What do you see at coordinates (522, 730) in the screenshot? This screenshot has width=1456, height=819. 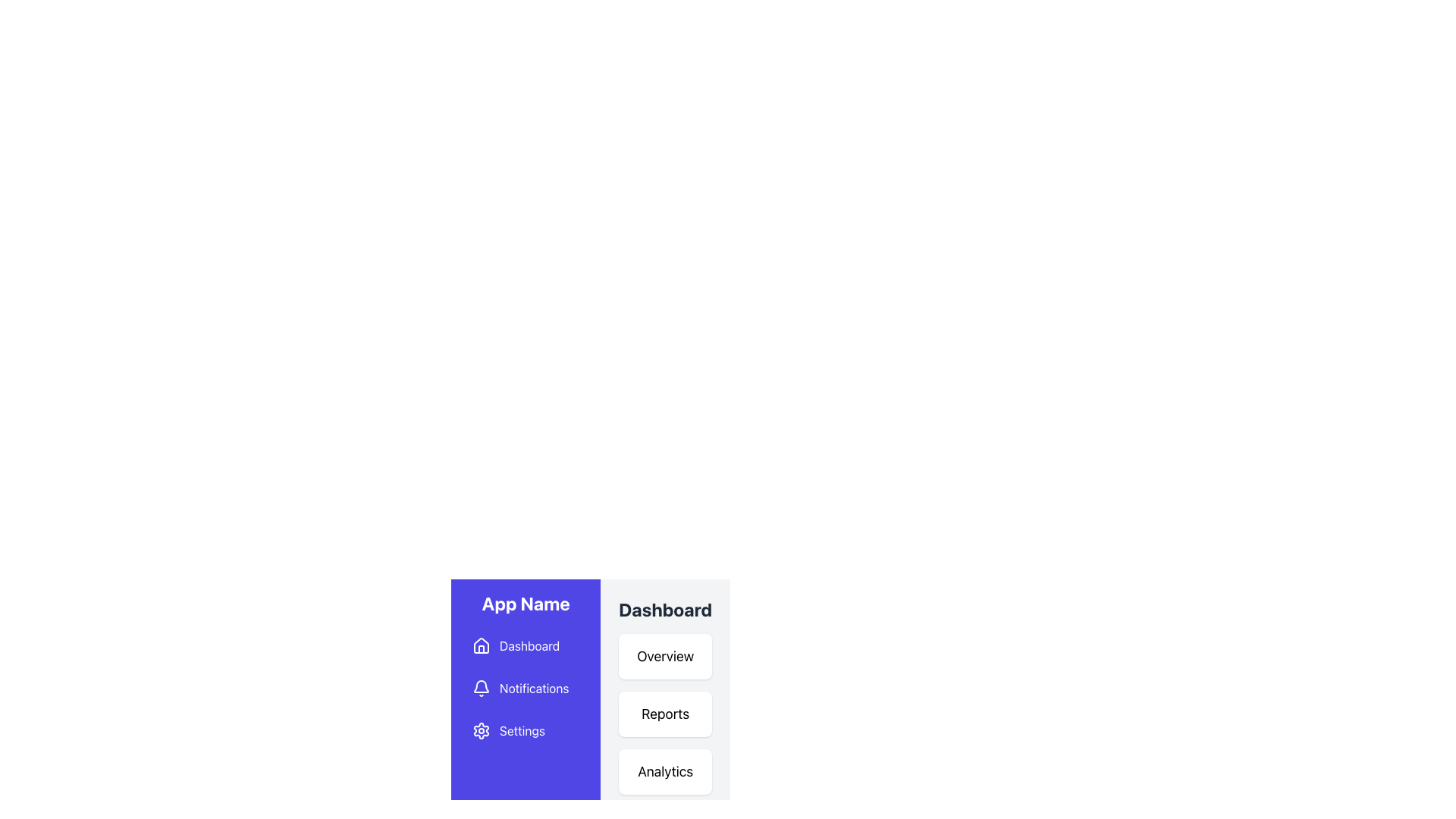 I see `the 'Settings' text label in the blue sidebar, which is positioned below the 'Notifications' item and to the right of the gear icon` at bounding box center [522, 730].